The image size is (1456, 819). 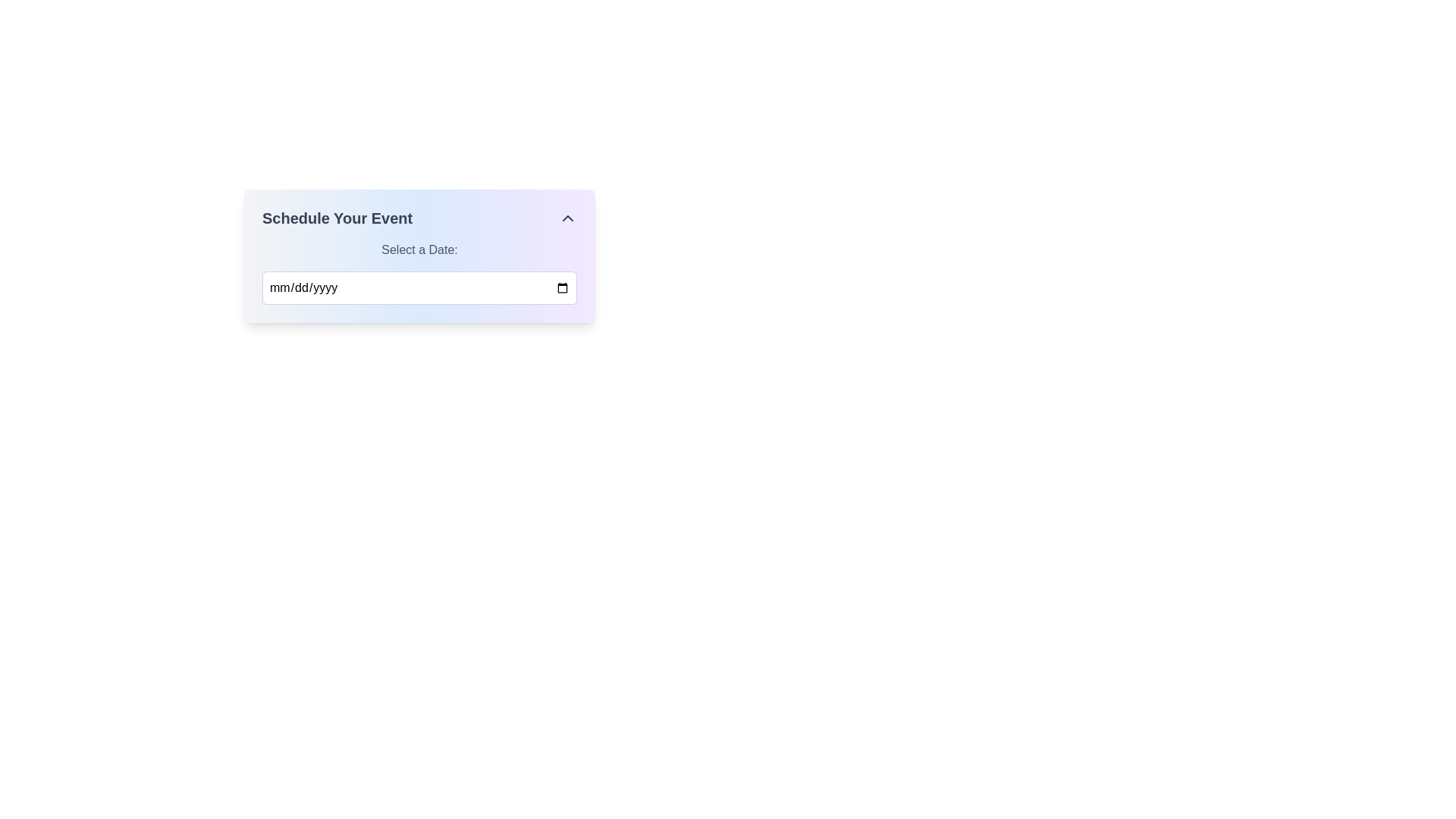 I want to click on the upward-pointing chevron icon button located at the top-right corner of the 'Schedule Your Event' section, so click(x=566, y=218).